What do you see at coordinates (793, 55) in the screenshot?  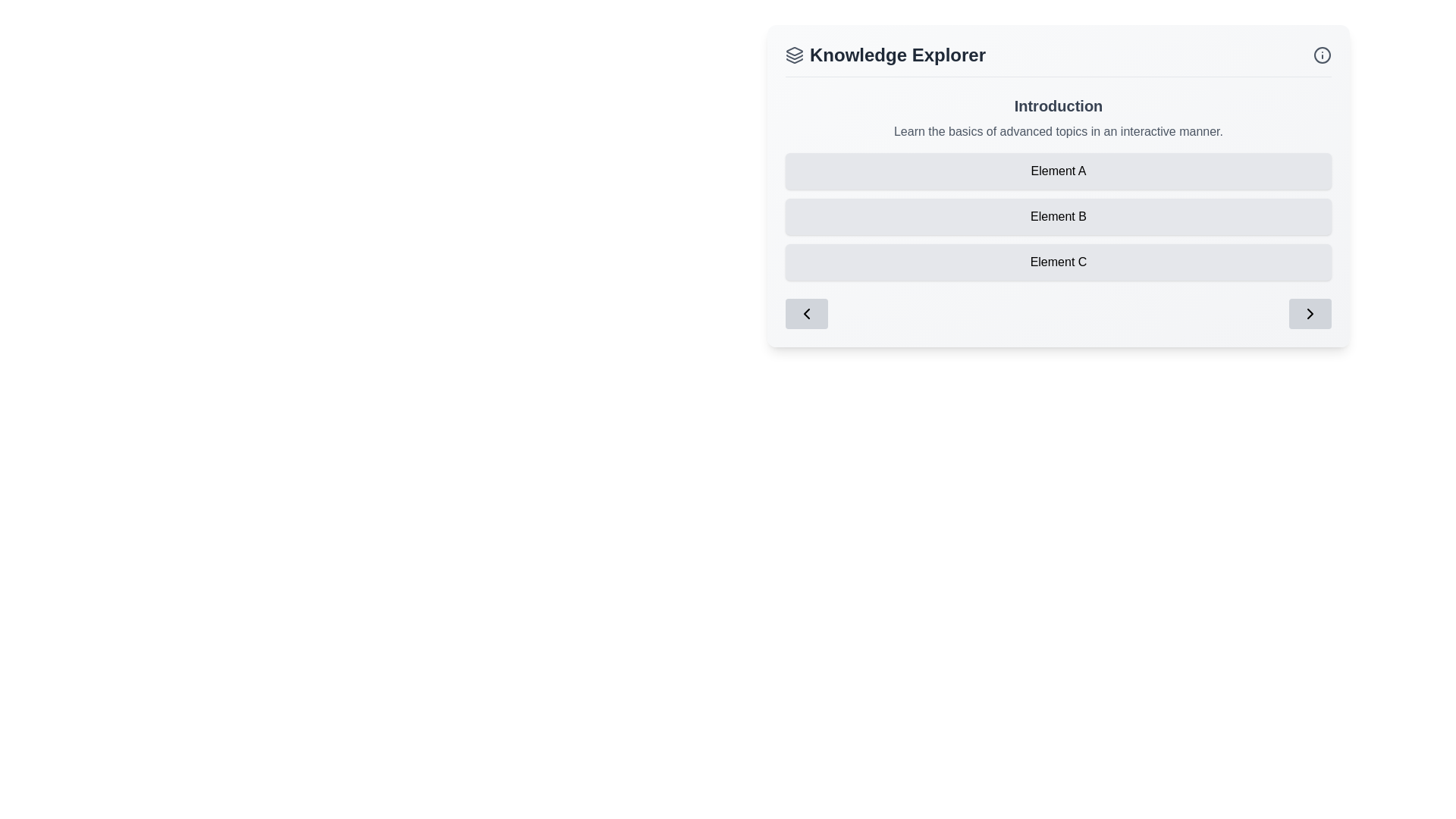 I see `the middle layer segment of a three-layer icon, characterized by a curved, triangular shape` at bounding box center [793, 55].